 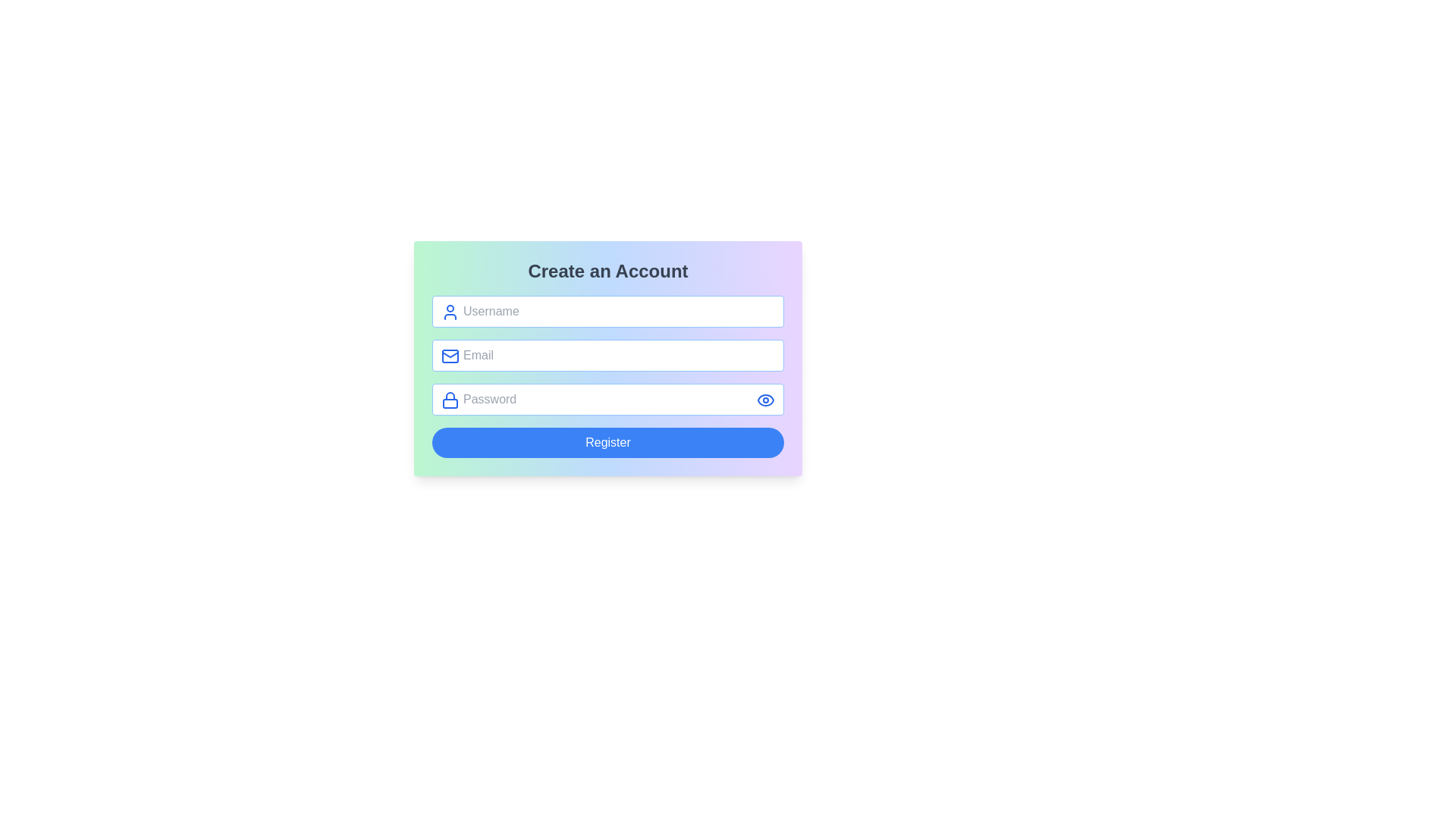 I want to click on the blue 'Register' button with rounded corners located at the bottom center of the form component to trigger the hover style change, so click(x=607, y=442).